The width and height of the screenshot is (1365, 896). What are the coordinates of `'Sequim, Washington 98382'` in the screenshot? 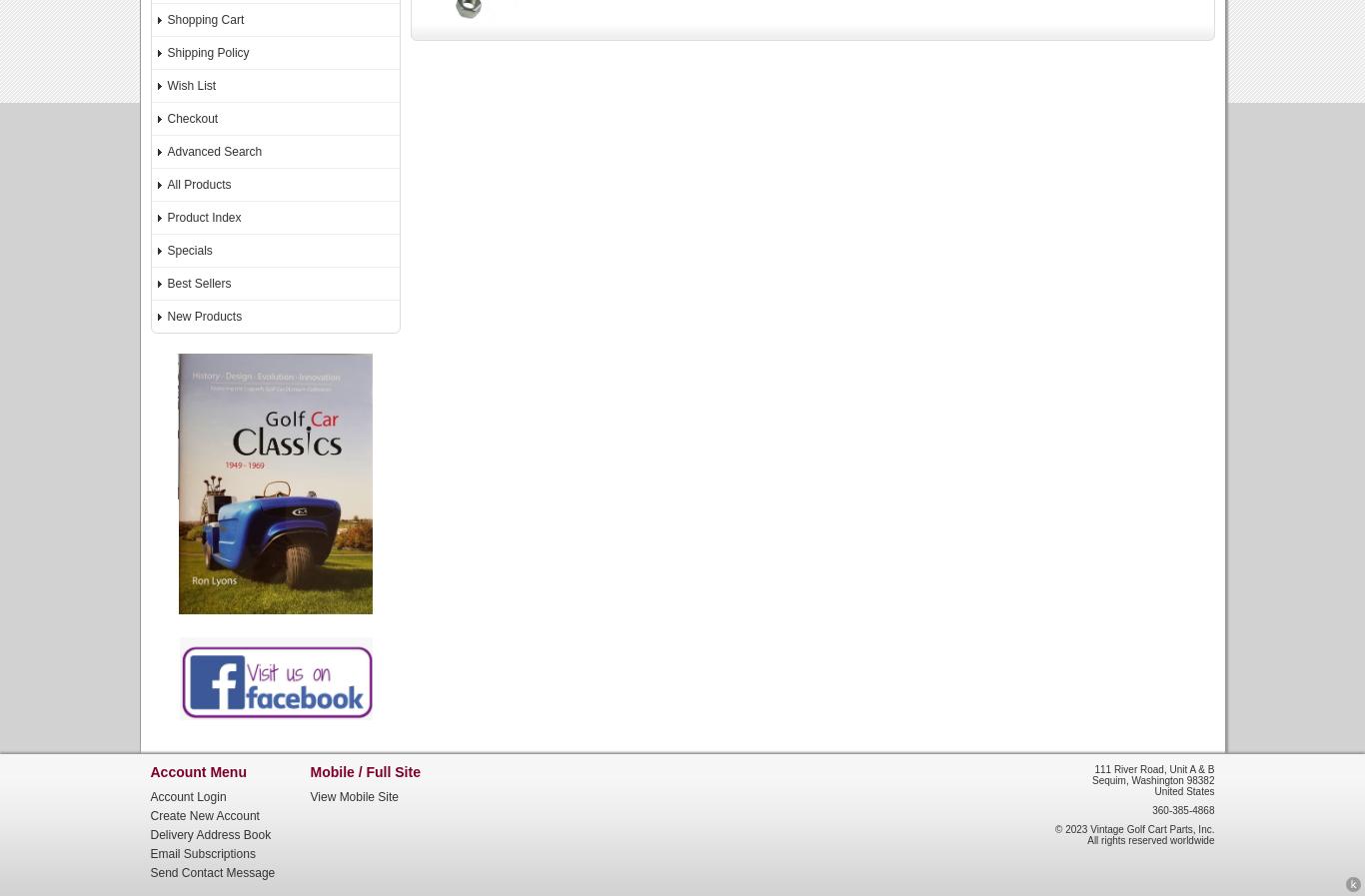 It's located at (1090, 780).